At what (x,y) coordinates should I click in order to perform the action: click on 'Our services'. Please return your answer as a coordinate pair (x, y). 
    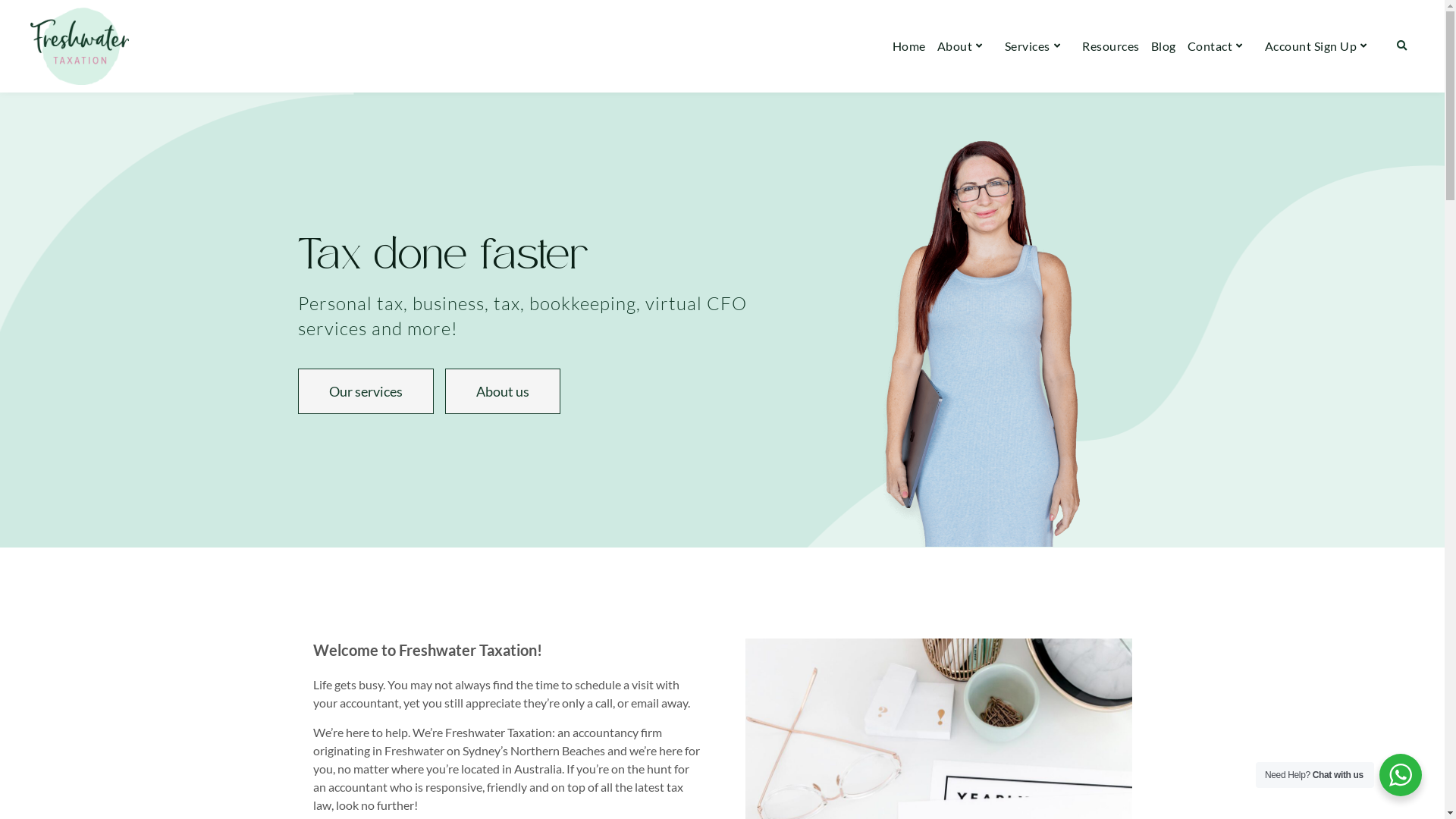
    Looking at the image, I should click on (365, 391).